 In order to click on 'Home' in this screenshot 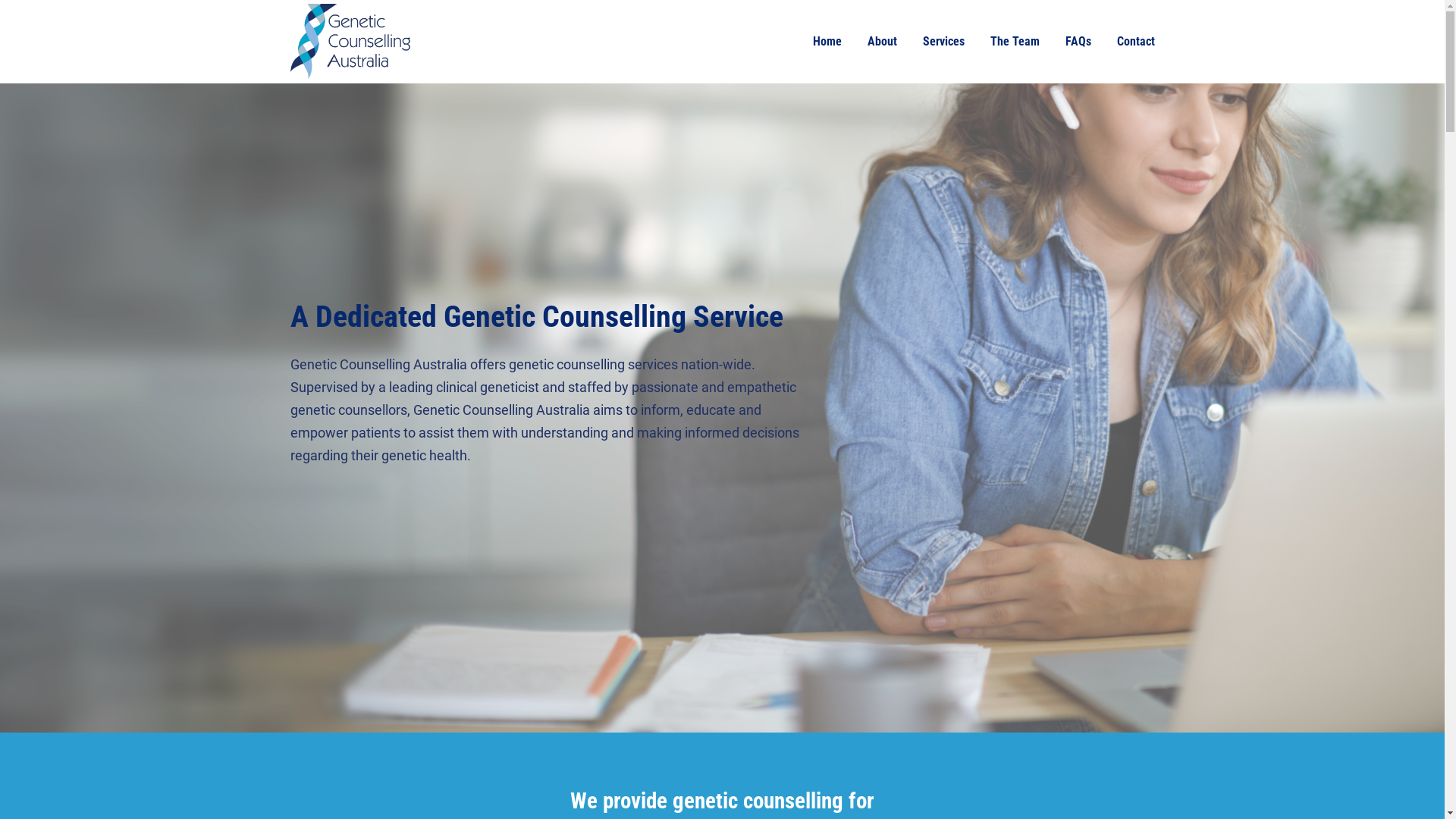, I will do `click(380, 39)`.